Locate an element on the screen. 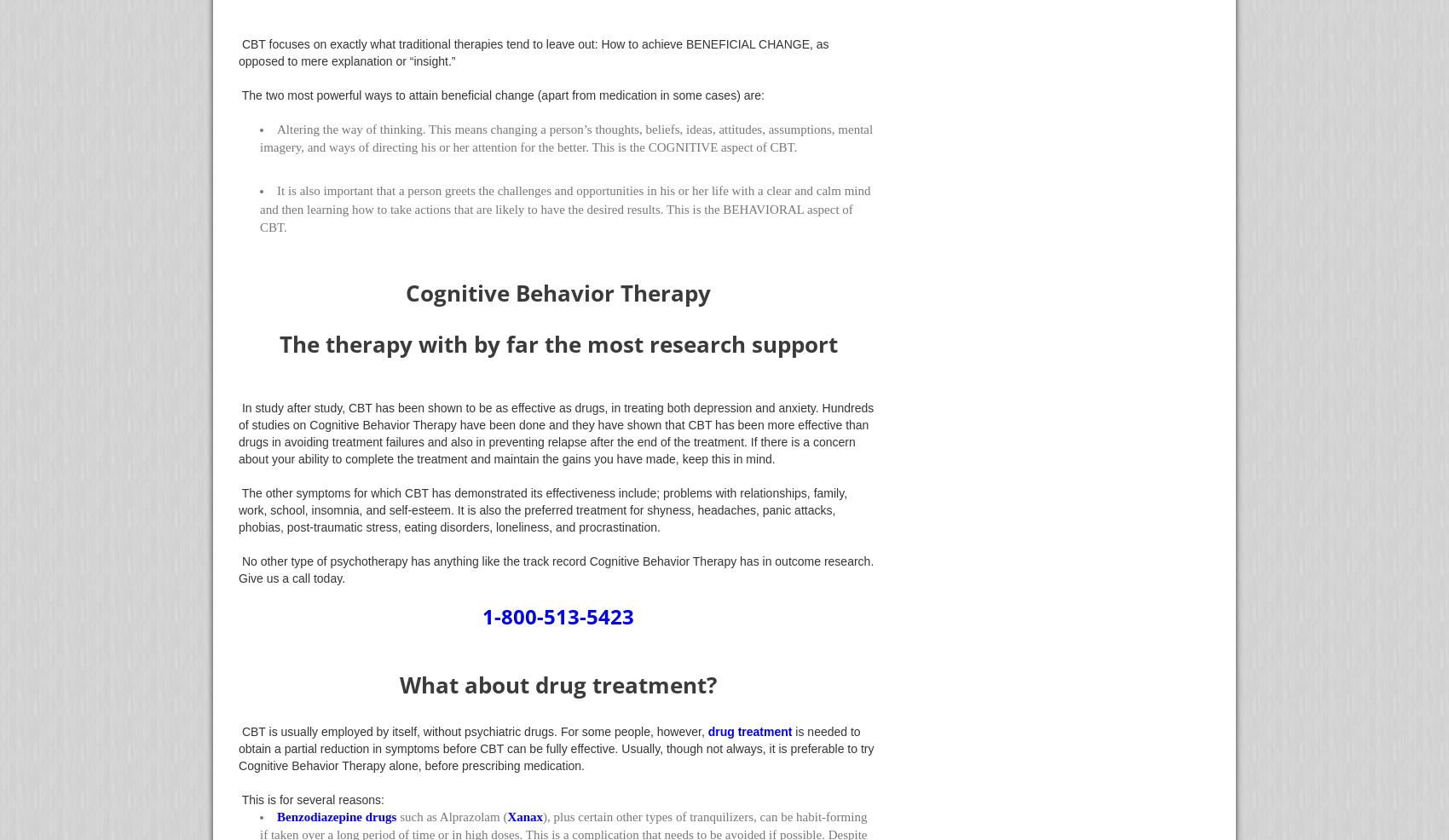 The height and width of the screenshot is (840, 1449). 'The two most powerful ways to attain beneficial change (apart from medication in some cases) are:' is located at coordinates (238, 95).